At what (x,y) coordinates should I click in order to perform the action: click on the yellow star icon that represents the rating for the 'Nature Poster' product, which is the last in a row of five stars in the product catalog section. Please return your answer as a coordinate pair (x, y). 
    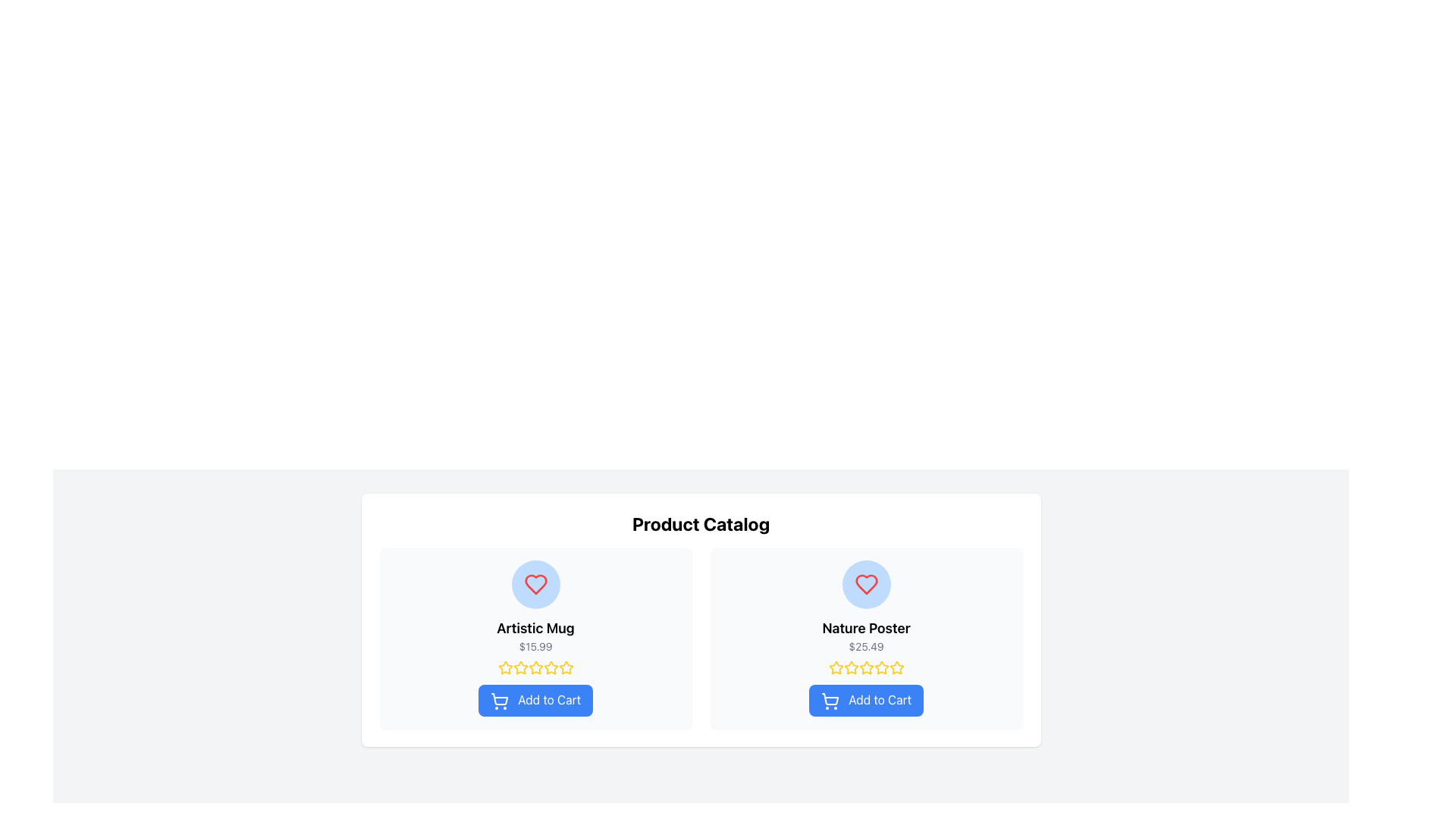
    Looking at the image, I should click on (896, 667).